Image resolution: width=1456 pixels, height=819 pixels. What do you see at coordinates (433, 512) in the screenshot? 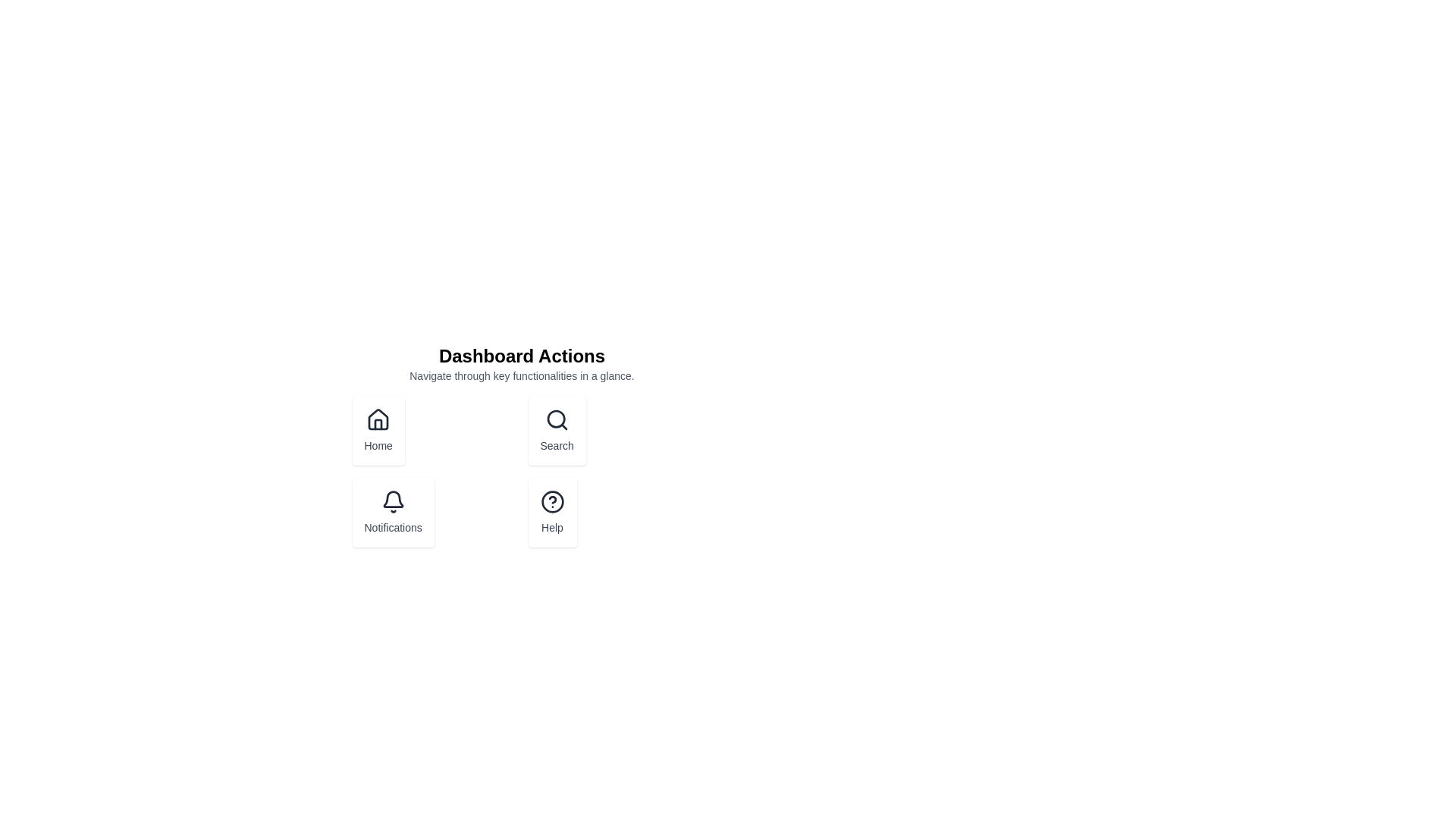
I see `the notifications button located in the bottom left quadrant, below the Home button and to the left of the Help button` at bounding box center [433, 512].